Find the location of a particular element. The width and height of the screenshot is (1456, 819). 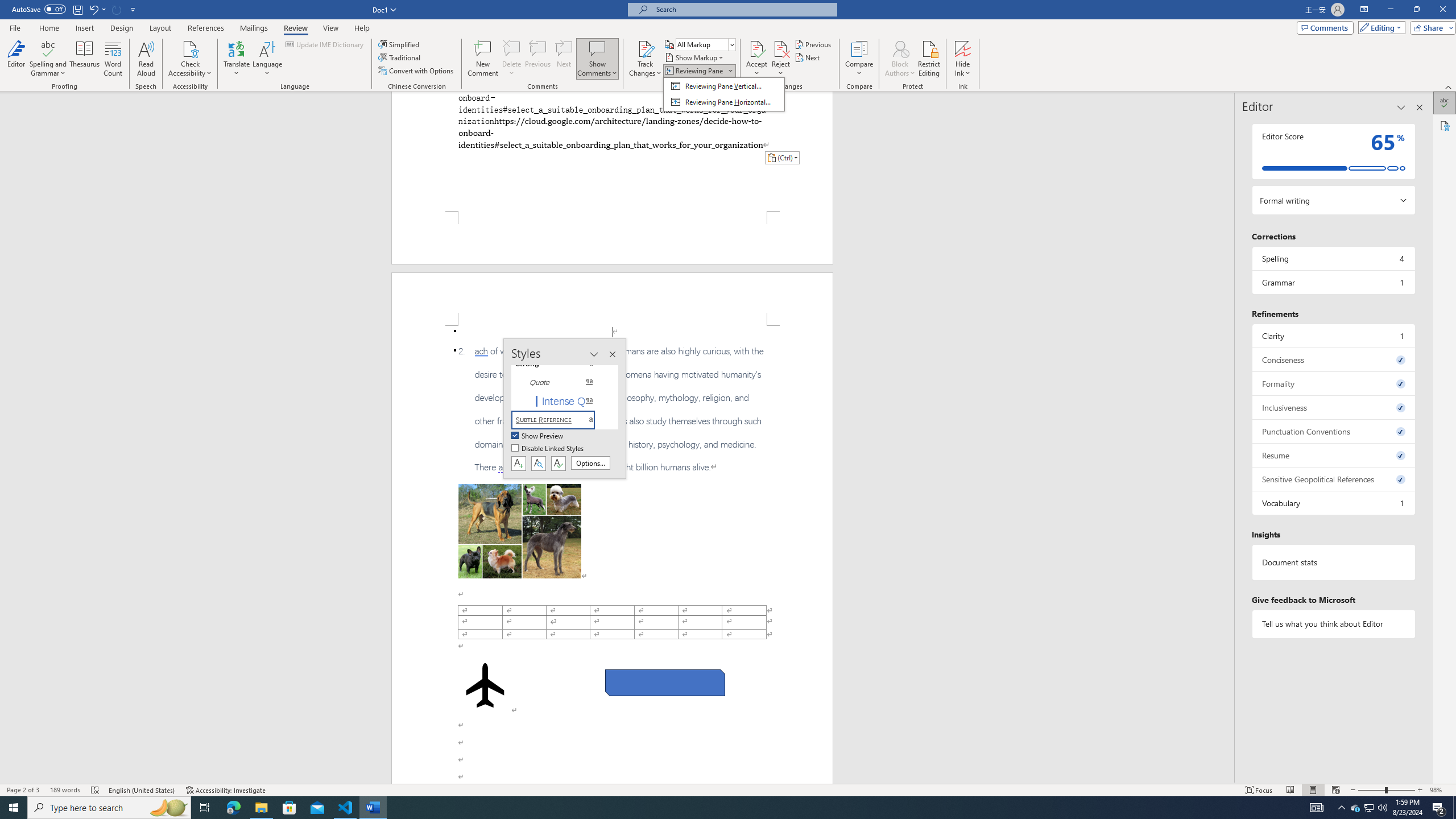

'Translate' is located at coordinates (237, 59).